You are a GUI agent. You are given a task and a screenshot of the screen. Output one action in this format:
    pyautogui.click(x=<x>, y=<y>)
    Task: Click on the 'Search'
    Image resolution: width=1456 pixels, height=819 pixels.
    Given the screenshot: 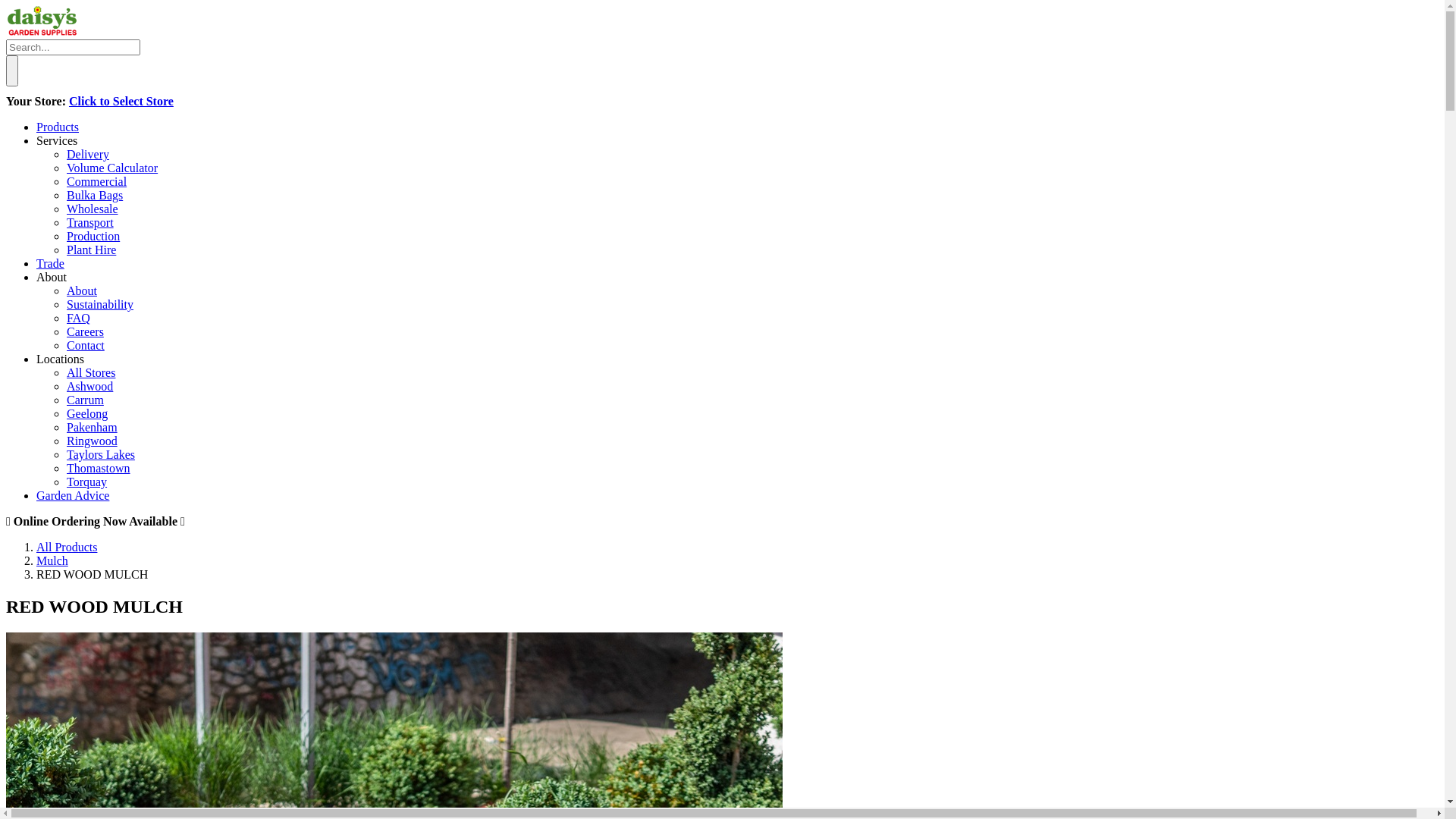 What is the action you would take?
    pyautogui.click(x=11, y=71)
    